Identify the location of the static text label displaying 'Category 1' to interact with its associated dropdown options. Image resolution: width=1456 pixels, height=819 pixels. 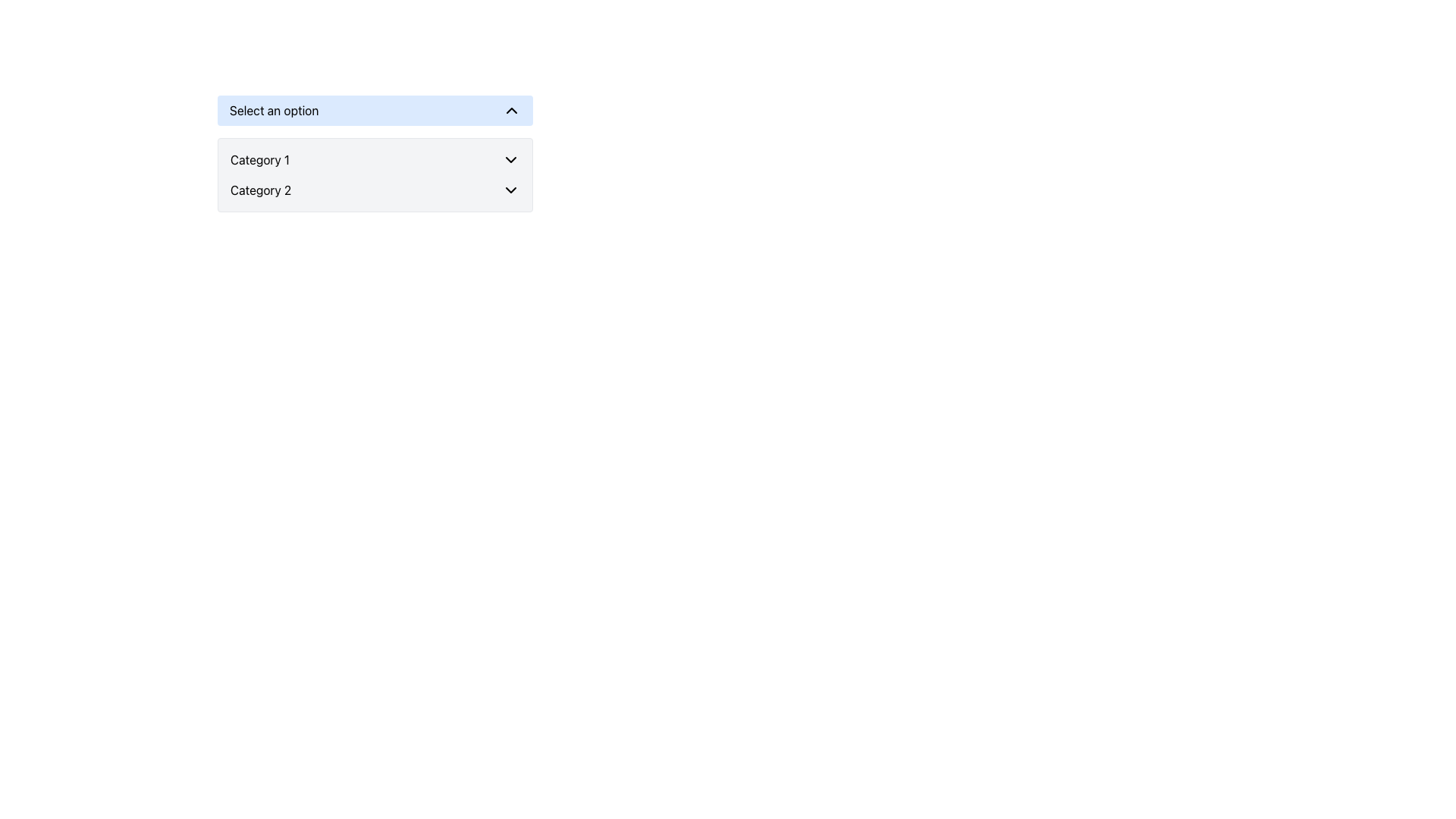
(259, 160).